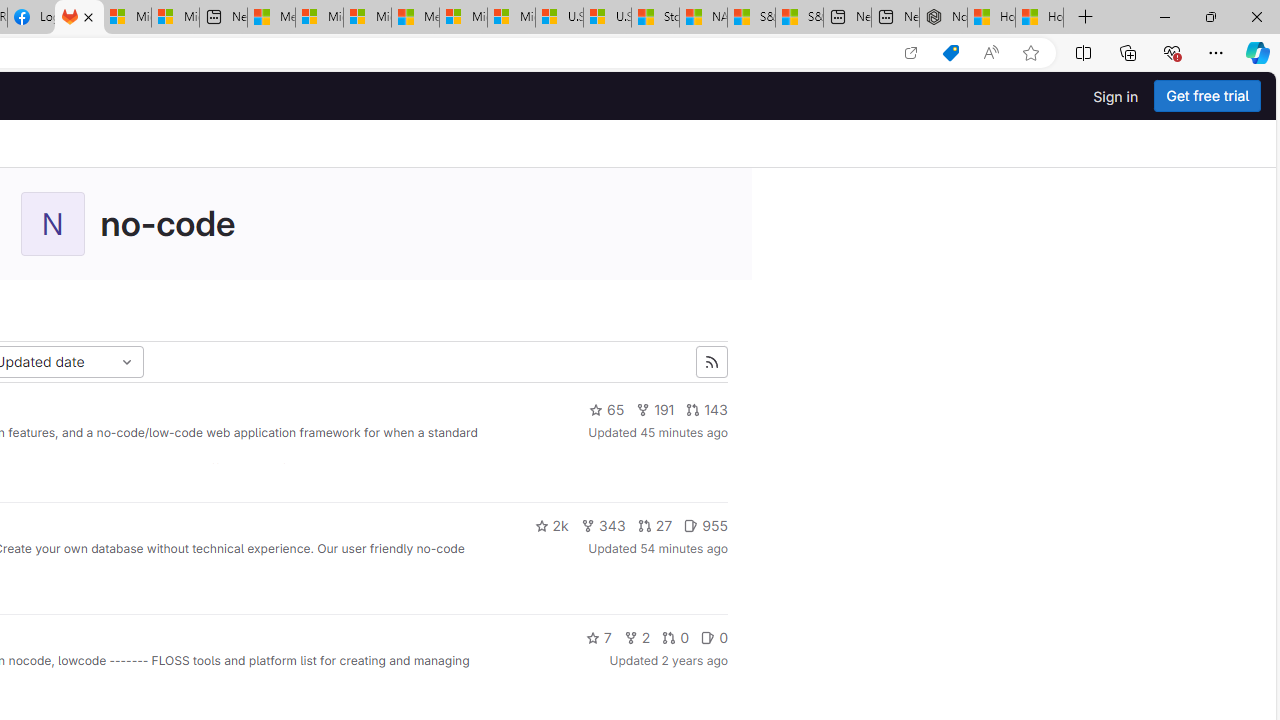  I want to click on 'Shopping in Microsoft Edge', so click(950, 52).